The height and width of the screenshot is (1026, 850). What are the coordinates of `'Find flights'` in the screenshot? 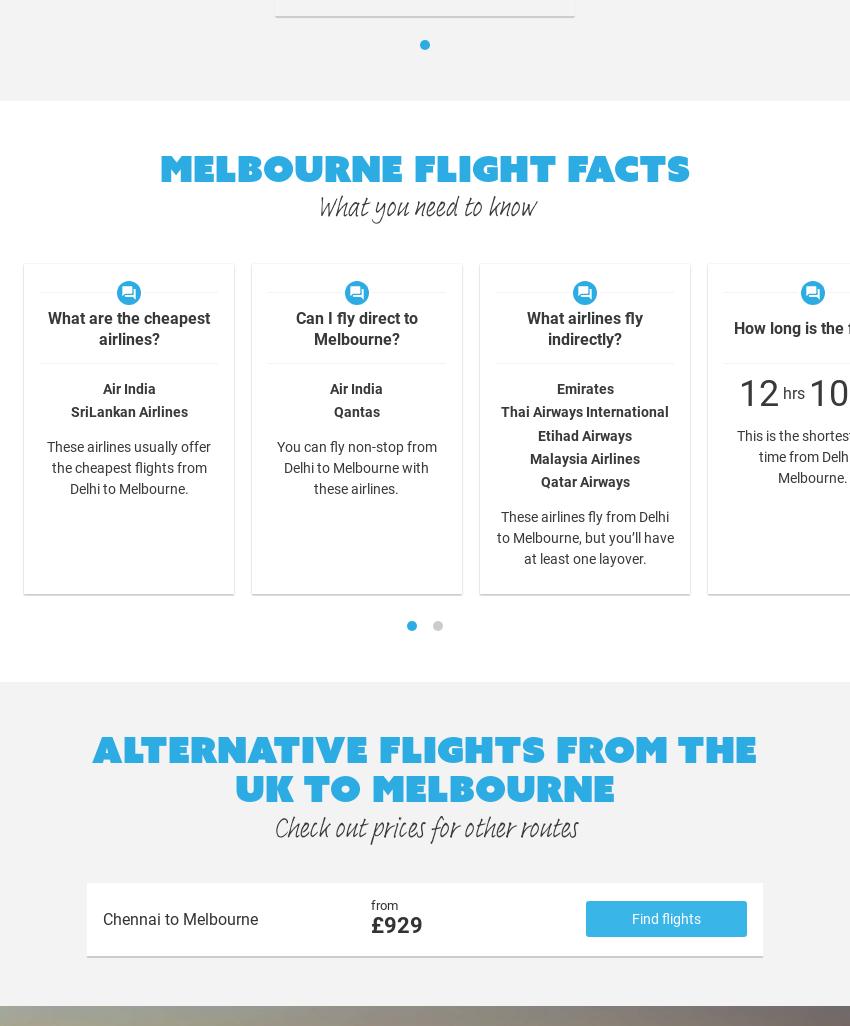 It's located at (666, 917).